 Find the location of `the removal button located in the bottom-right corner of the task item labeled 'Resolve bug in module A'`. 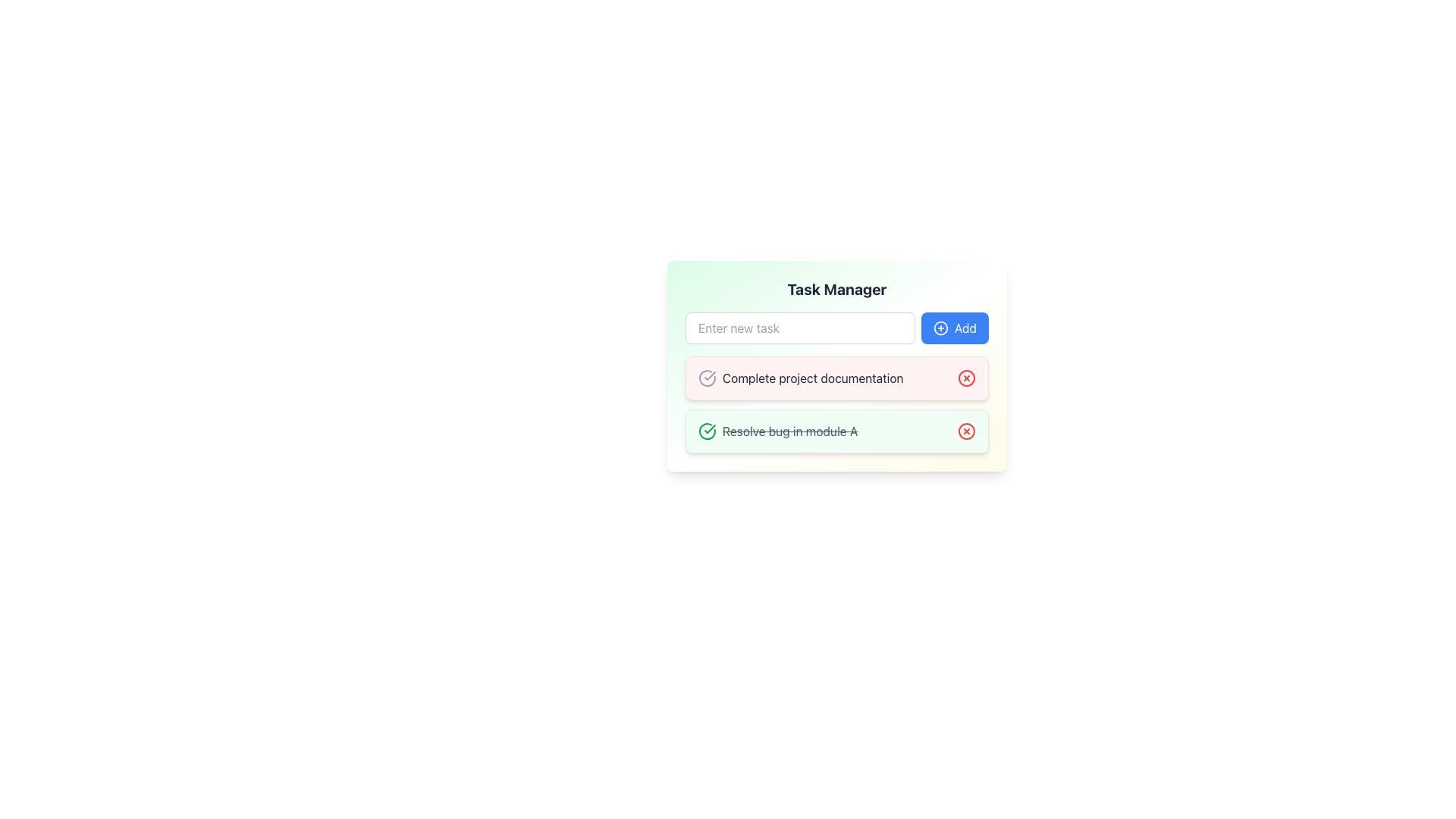

the removal button located in the bottom-right corner of the task item labeled 'Resolve bug in module A' is located at coordinates (966, 431).